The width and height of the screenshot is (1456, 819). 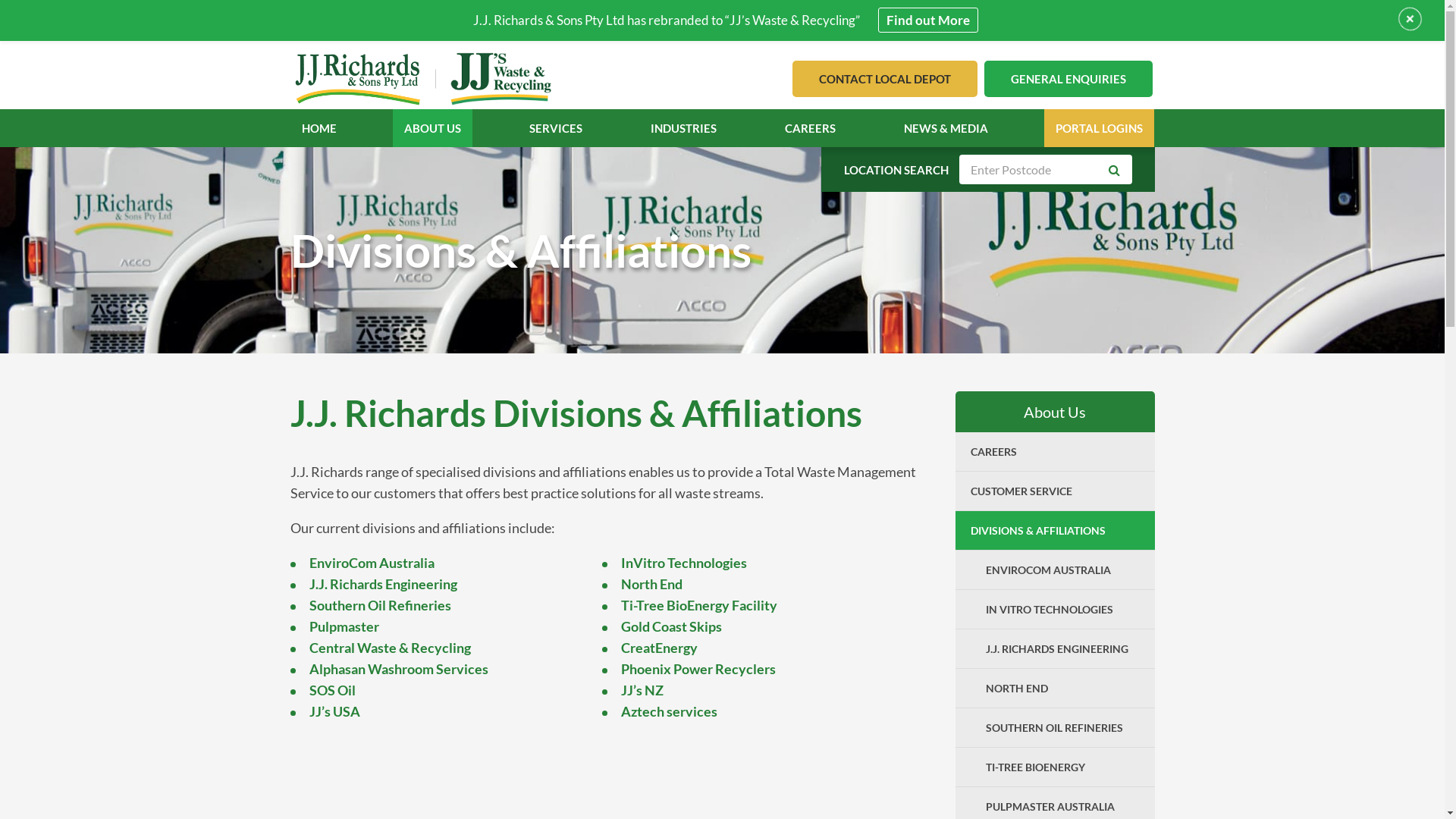 I want to click on 'CreatEnergy', so click(x=659, y=647).